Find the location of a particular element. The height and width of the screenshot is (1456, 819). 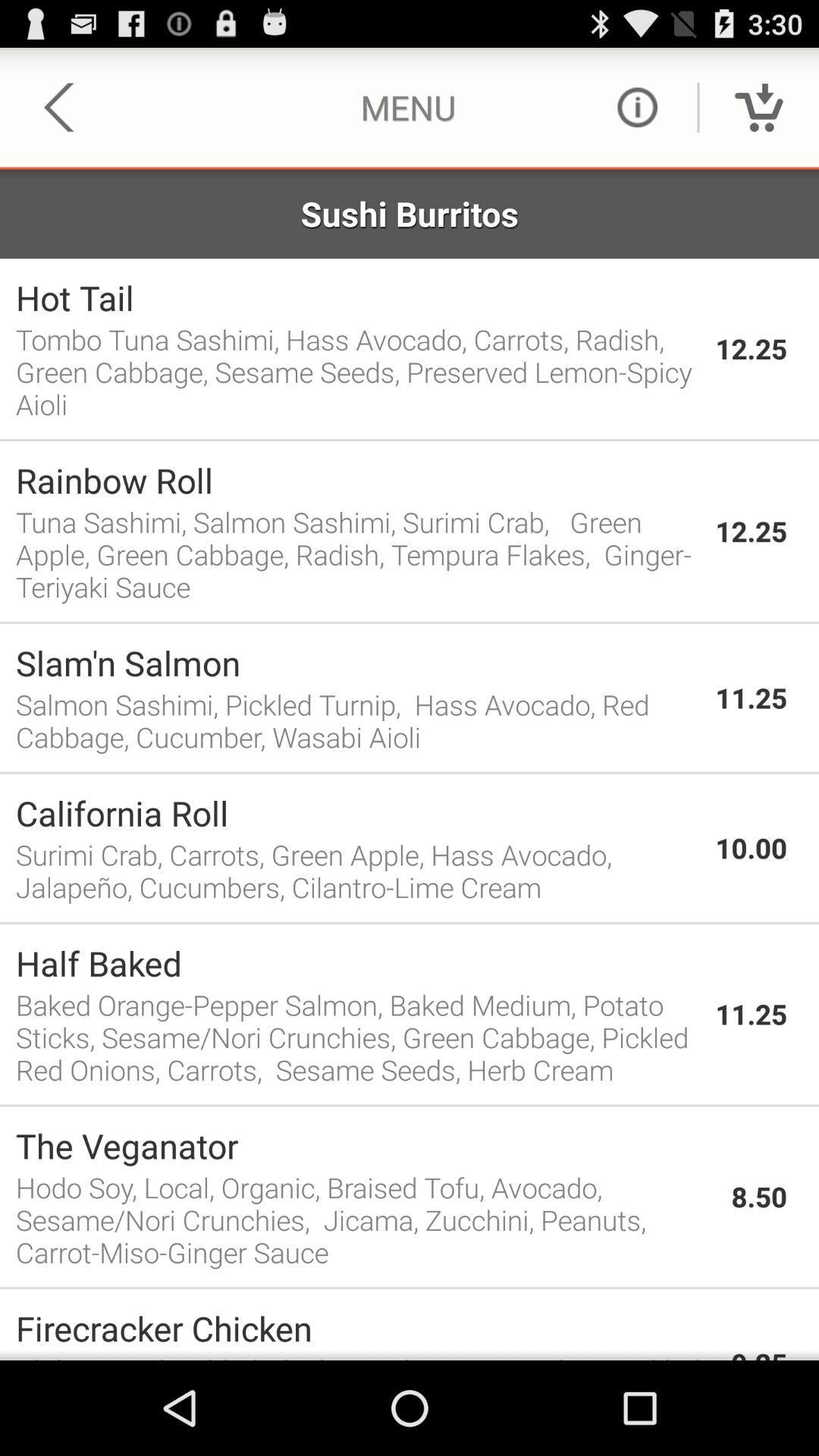

the hodo soy local icon is located at coordinates (366, 1219).